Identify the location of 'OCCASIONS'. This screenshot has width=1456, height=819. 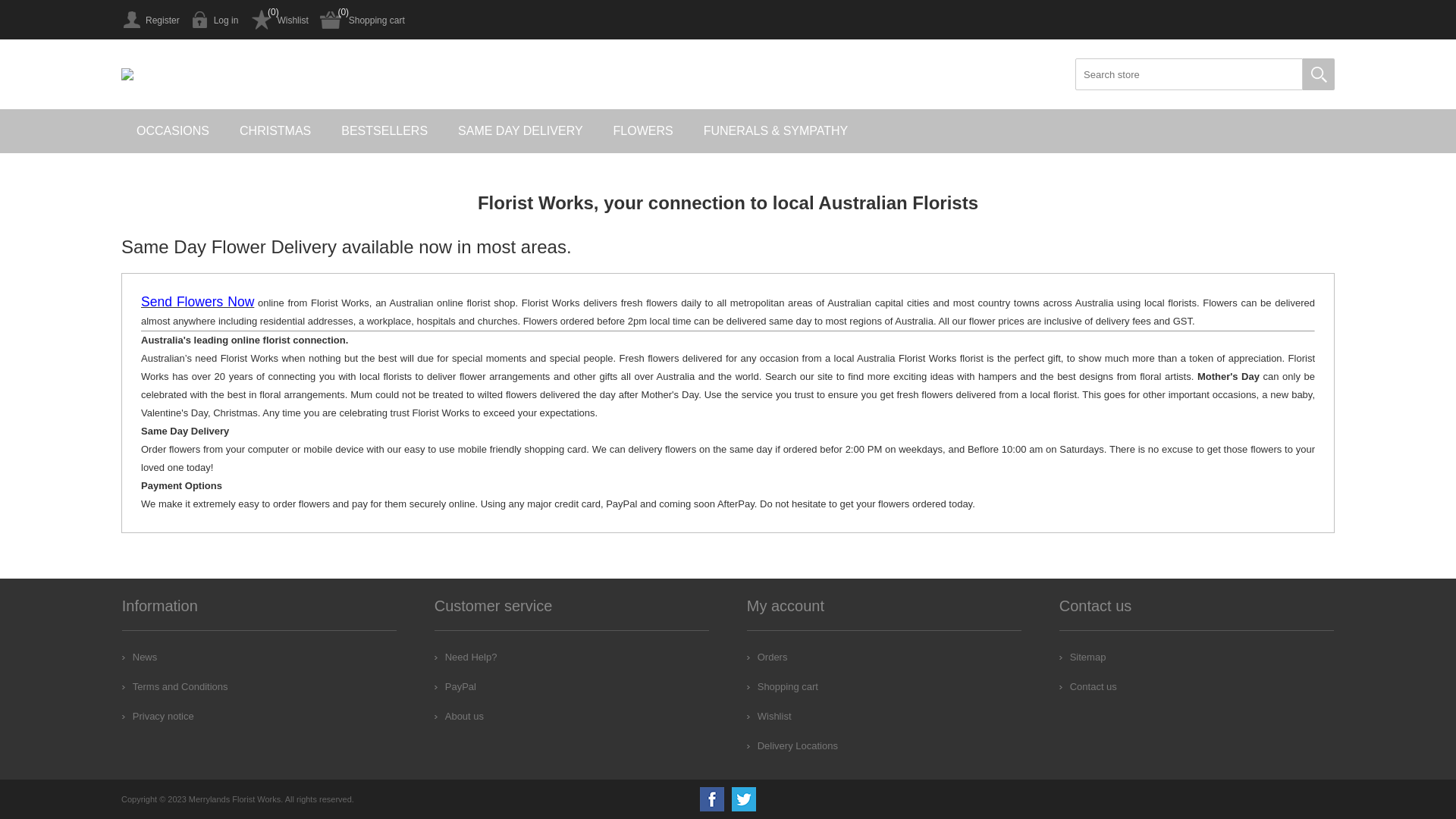
(172, 130).